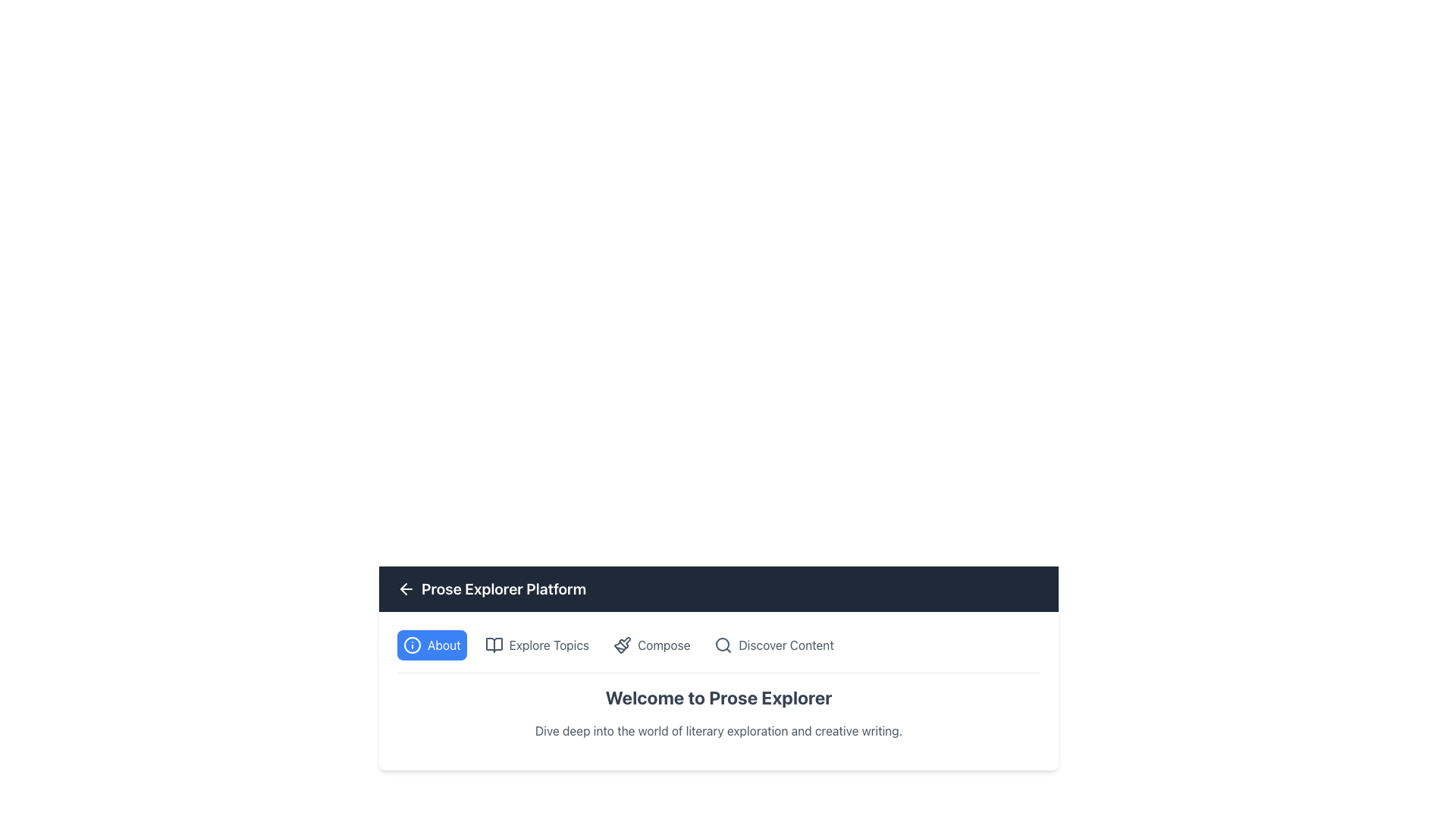  Describe the element at coordinates (431, 645) in the screenshot. I see `the 'About' button located in the toolbar below the 'Prose Explorer Platform' header` at that location.